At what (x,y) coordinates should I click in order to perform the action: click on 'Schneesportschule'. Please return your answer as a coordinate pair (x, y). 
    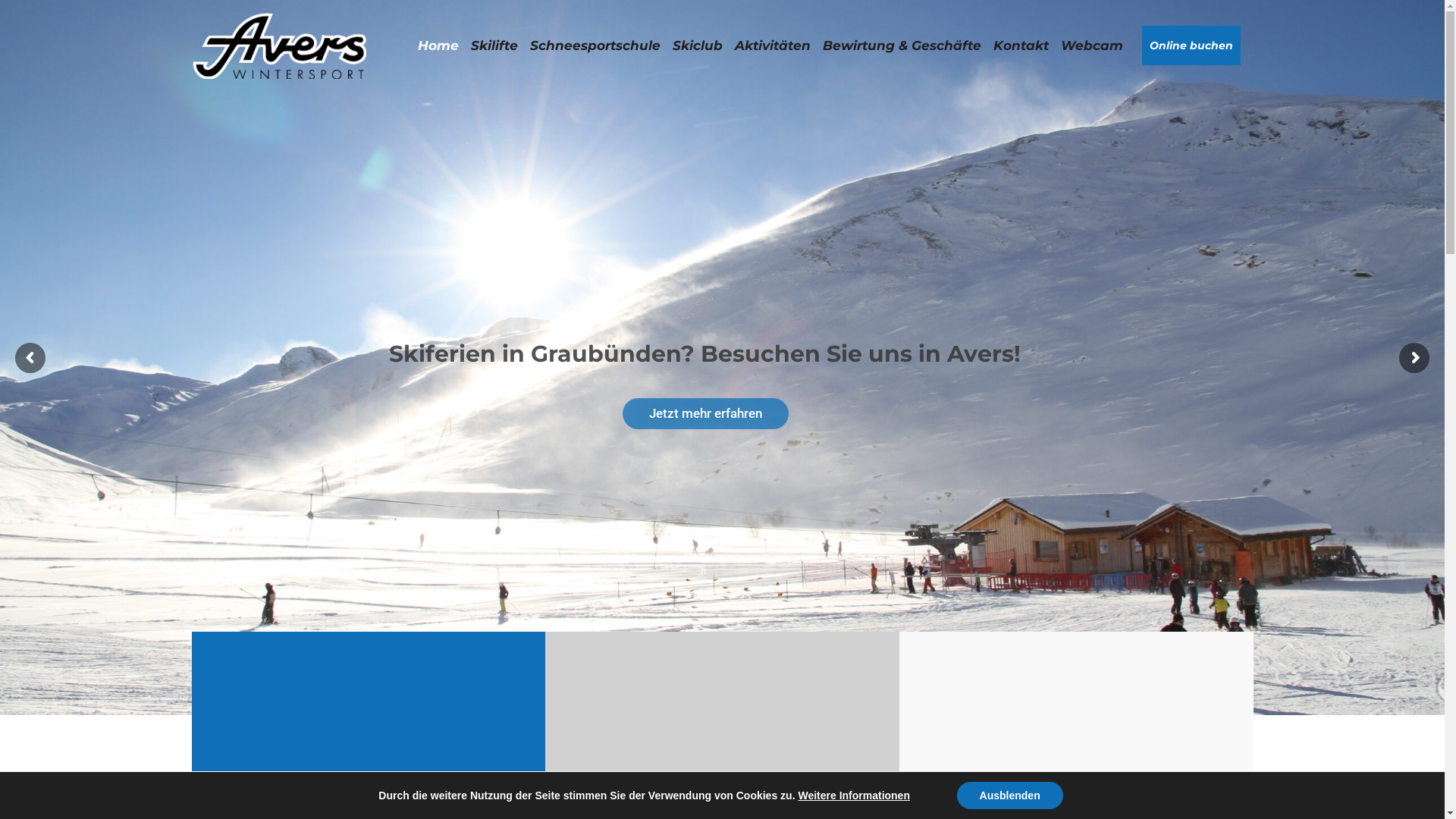
    Looking at the image, I should click on (593, 45).